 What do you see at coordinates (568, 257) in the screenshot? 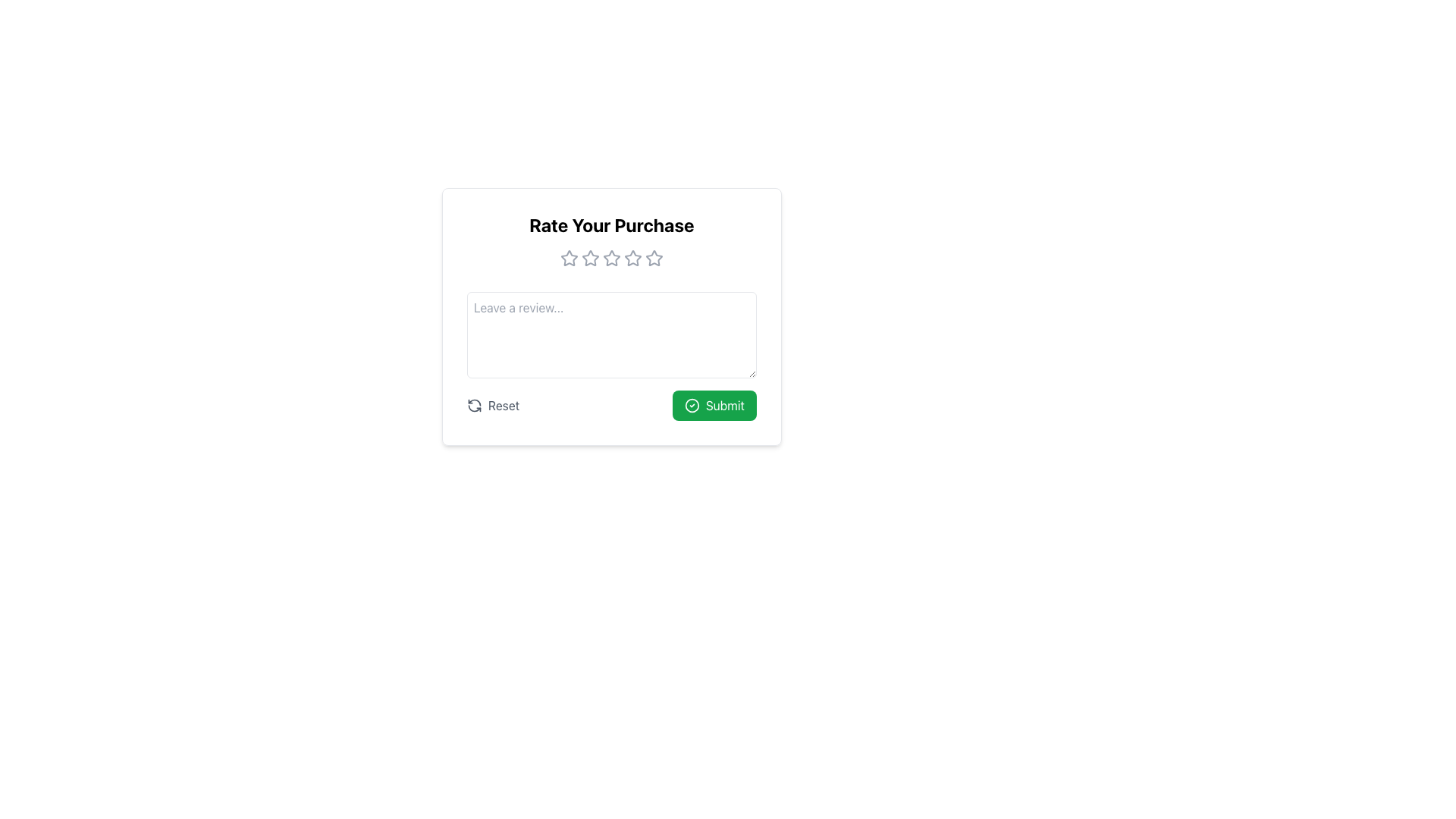
I see `the first star icon in the rating system to set the rating to one star, located above the 'Leave a review...' text box` at bounding box center [568, 257].